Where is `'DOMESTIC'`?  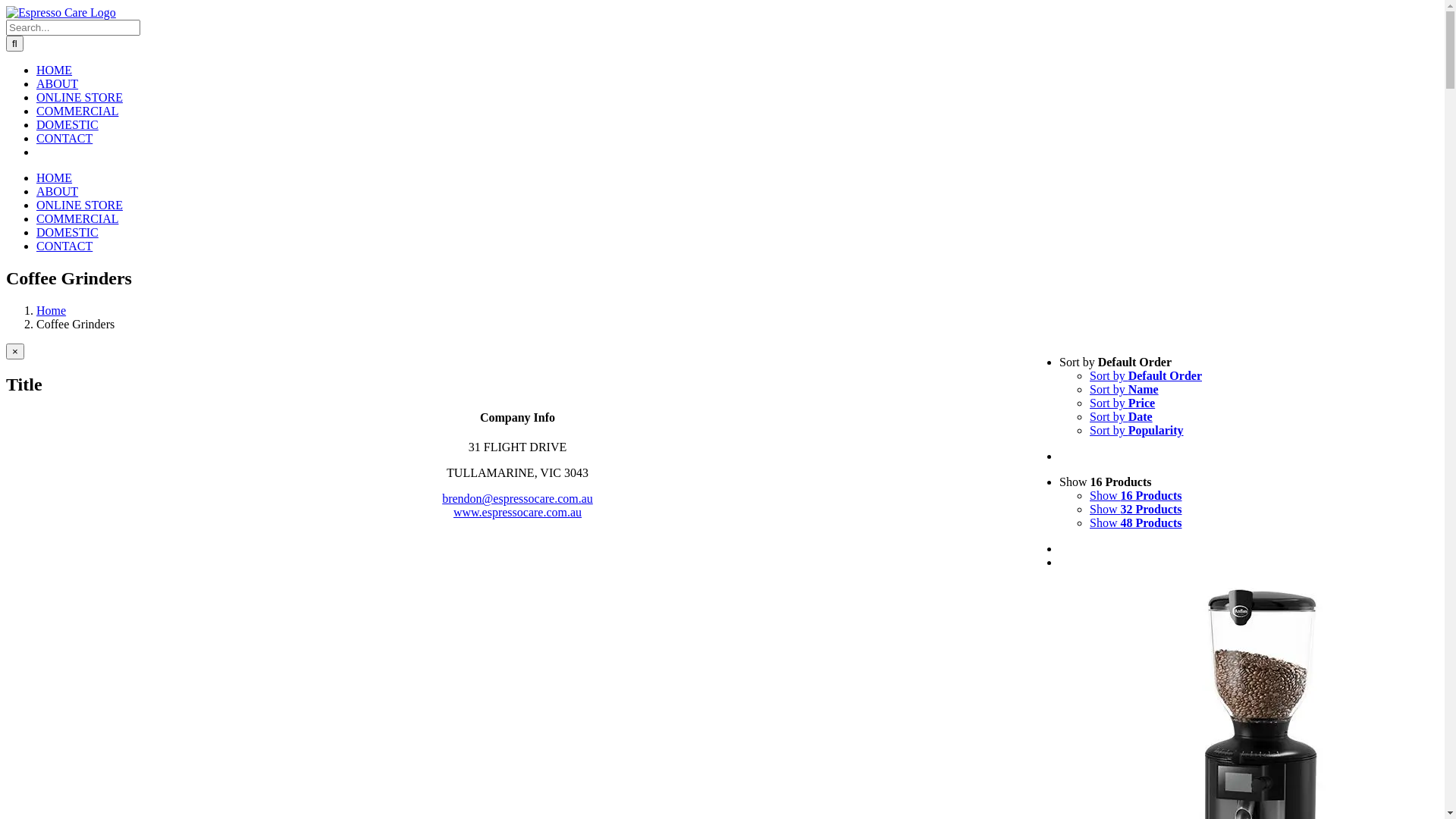
'DOMESTIC' is located at coordinates (36, 124).